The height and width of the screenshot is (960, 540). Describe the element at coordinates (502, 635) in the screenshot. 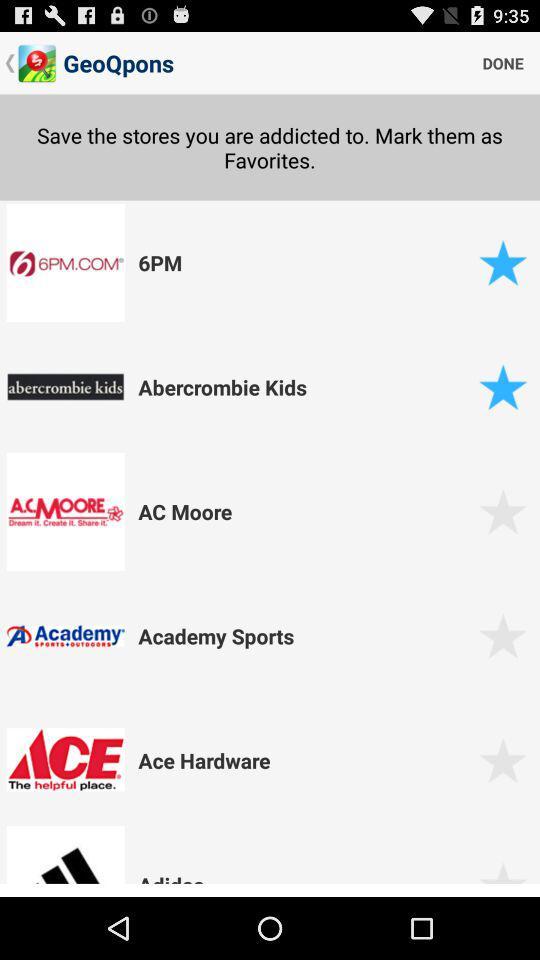

I see `to favourite option` at that location.